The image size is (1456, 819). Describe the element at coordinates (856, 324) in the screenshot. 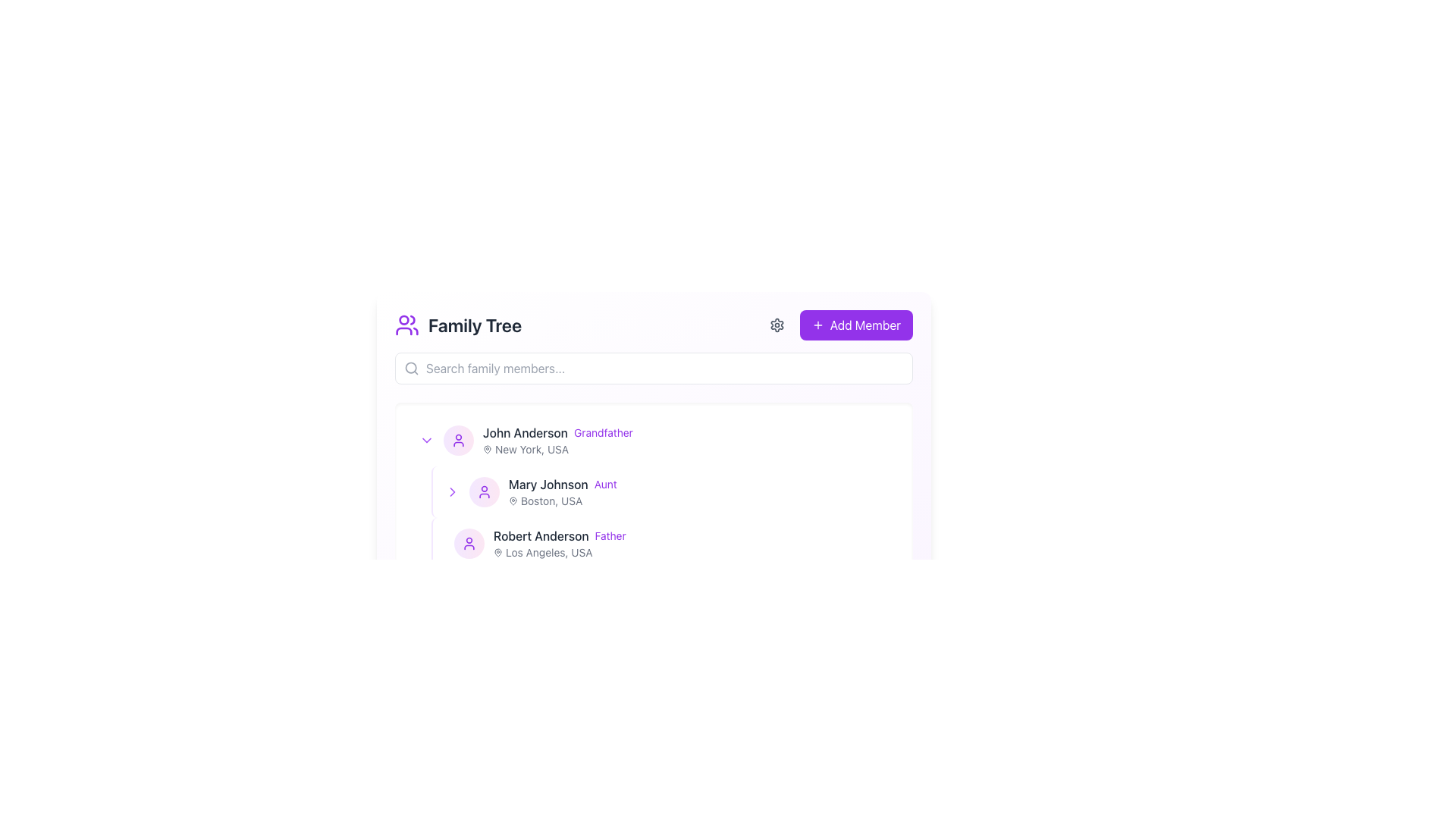

I see `the 'Add Member' button located in the top-right corner of the interface` at that location.